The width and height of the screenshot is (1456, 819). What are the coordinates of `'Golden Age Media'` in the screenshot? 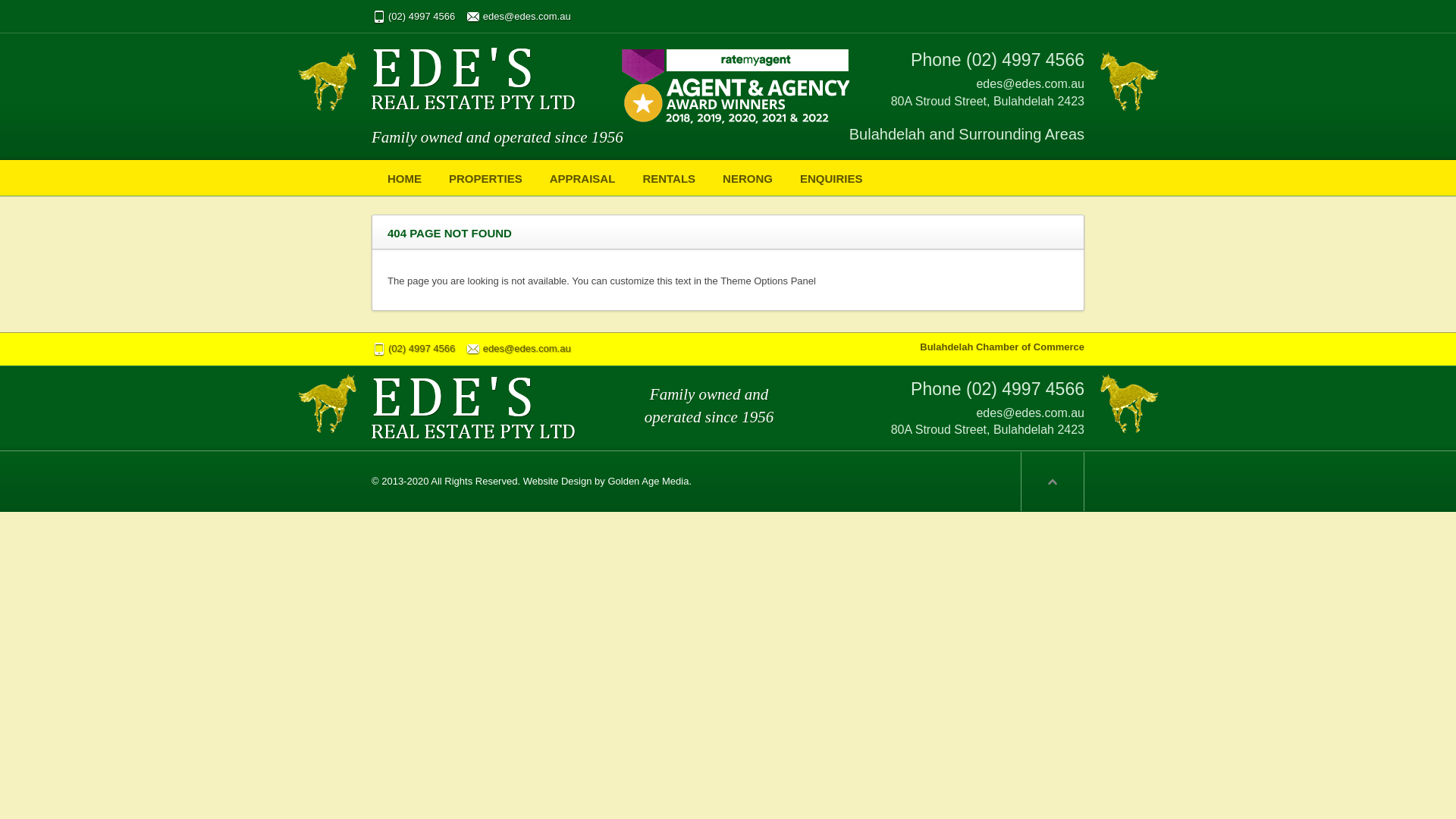 It's located at (648, 481).